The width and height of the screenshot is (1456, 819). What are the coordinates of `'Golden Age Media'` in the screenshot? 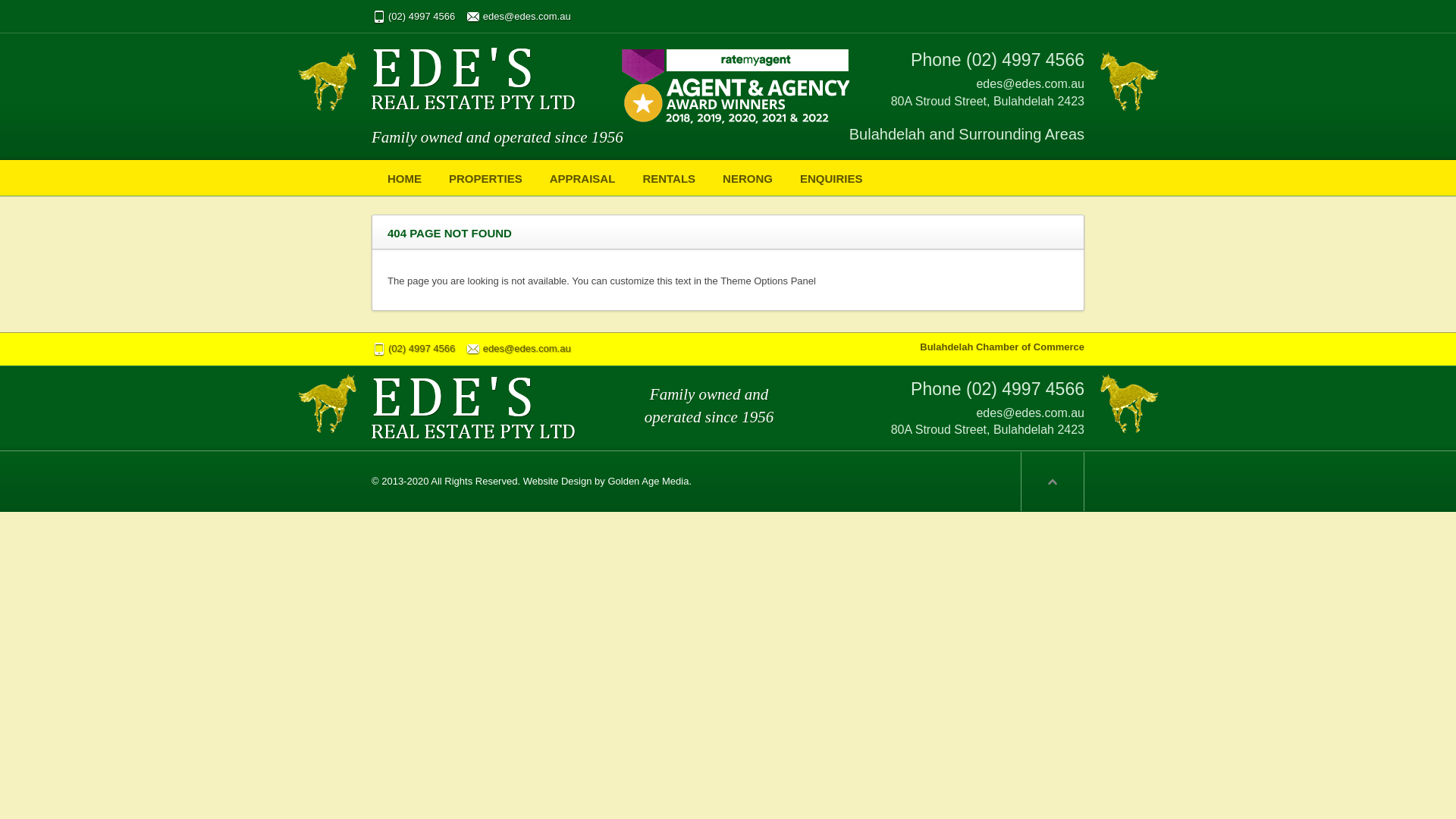 It's located at (648, 481).